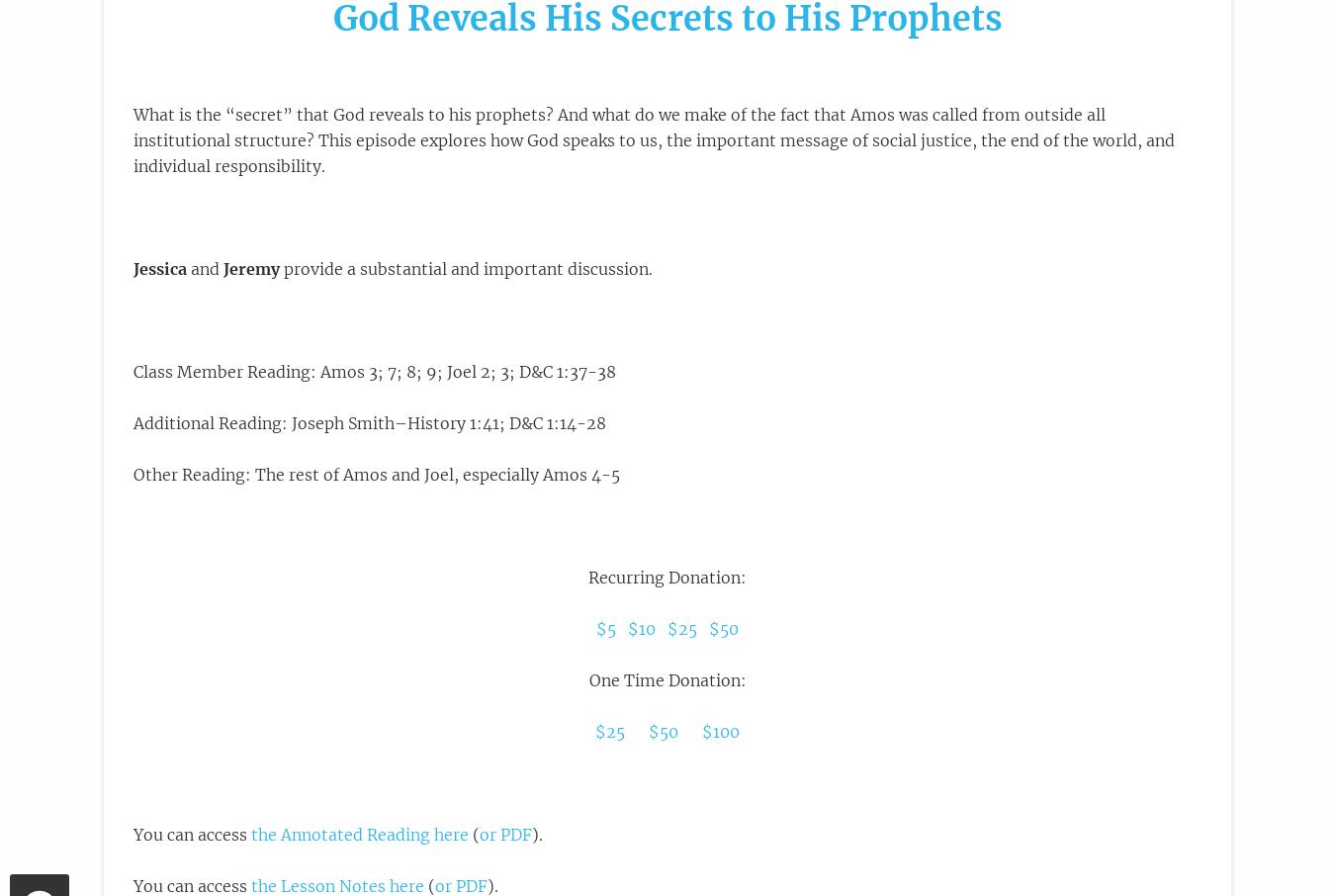 The width and height of the screenshot is (1335, 896). Describe the element at coordinates (641, 628) in the screenshot. I see `'$10'` at that location.